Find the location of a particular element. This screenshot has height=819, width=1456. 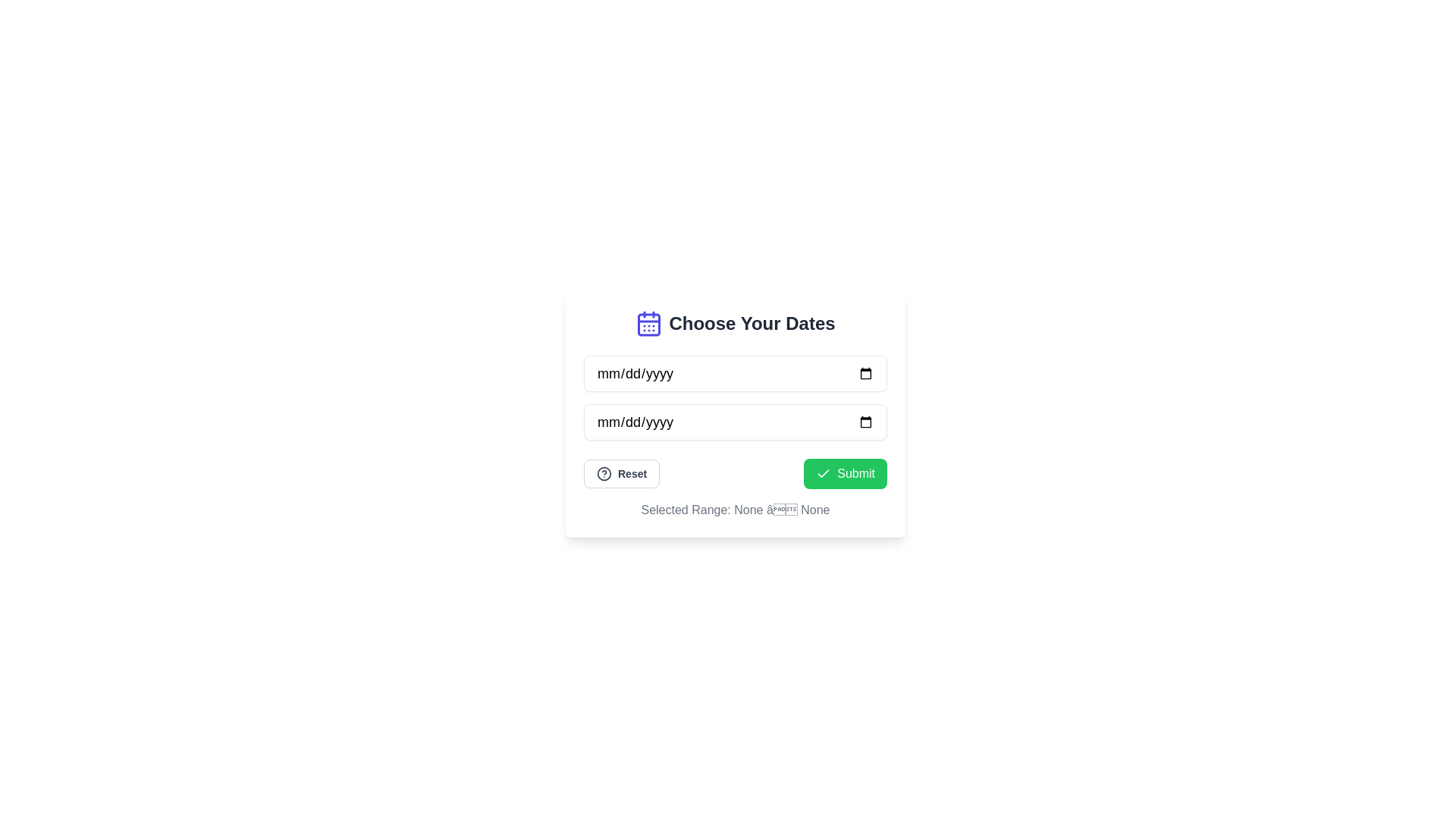

the circular icon with a question mark inside, which is positioned to the left of the 'Reset' text in the button, if it is interactive is located at coordinates (603, 472).